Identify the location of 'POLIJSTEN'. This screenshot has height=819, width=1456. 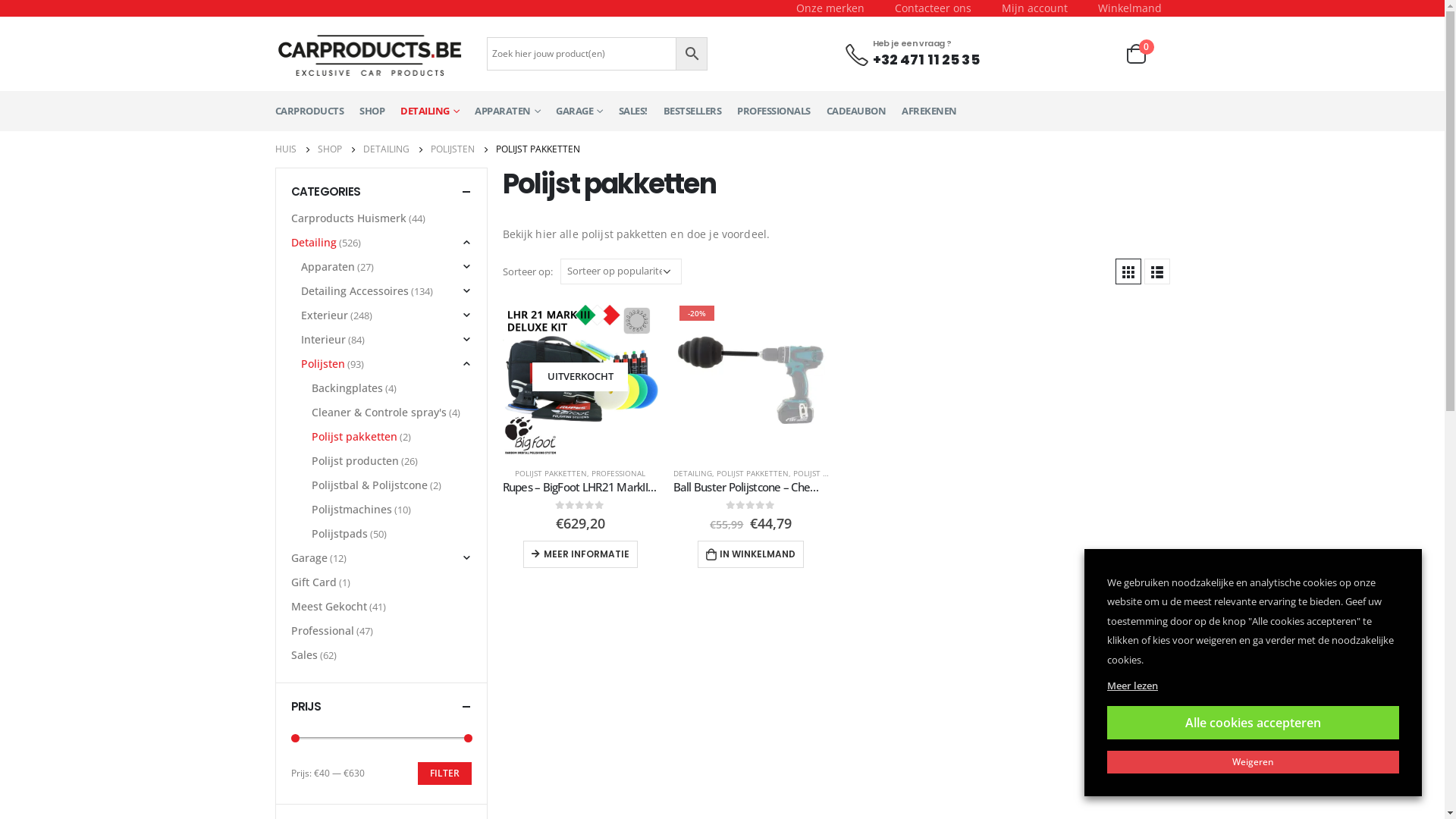
(451, 149).